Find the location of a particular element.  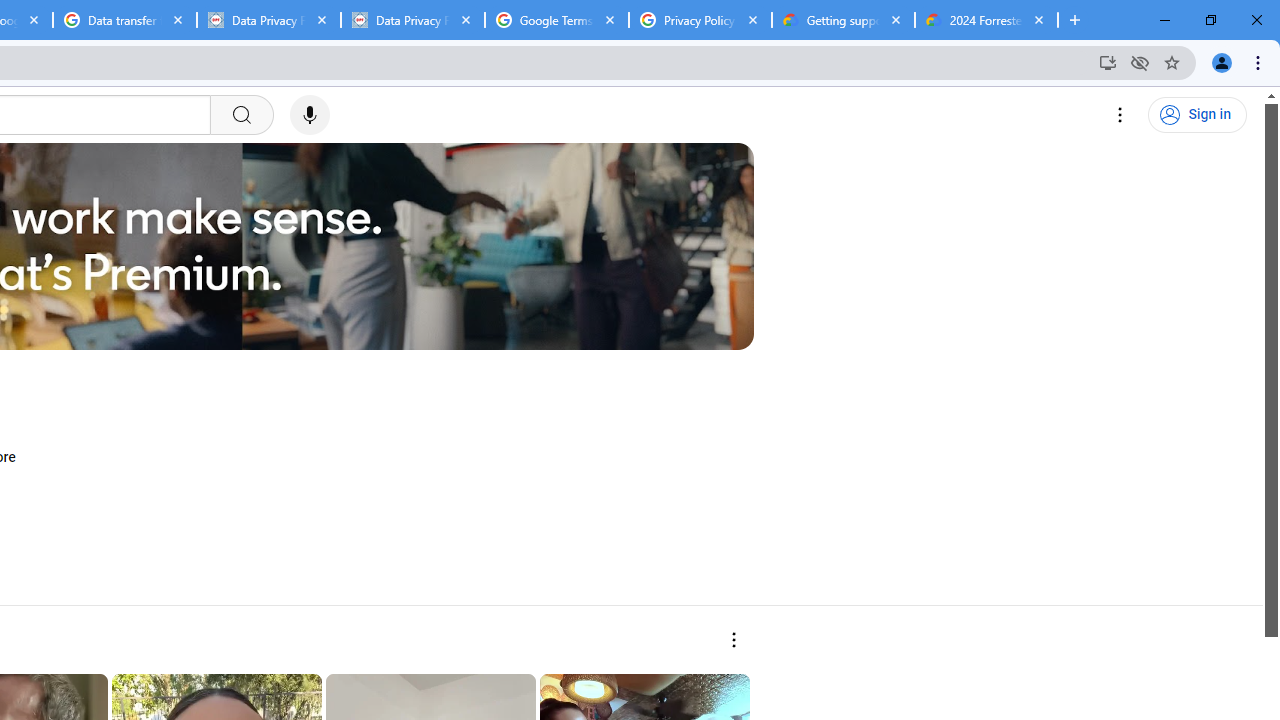

'You' is located at coordinates (1220, 61).